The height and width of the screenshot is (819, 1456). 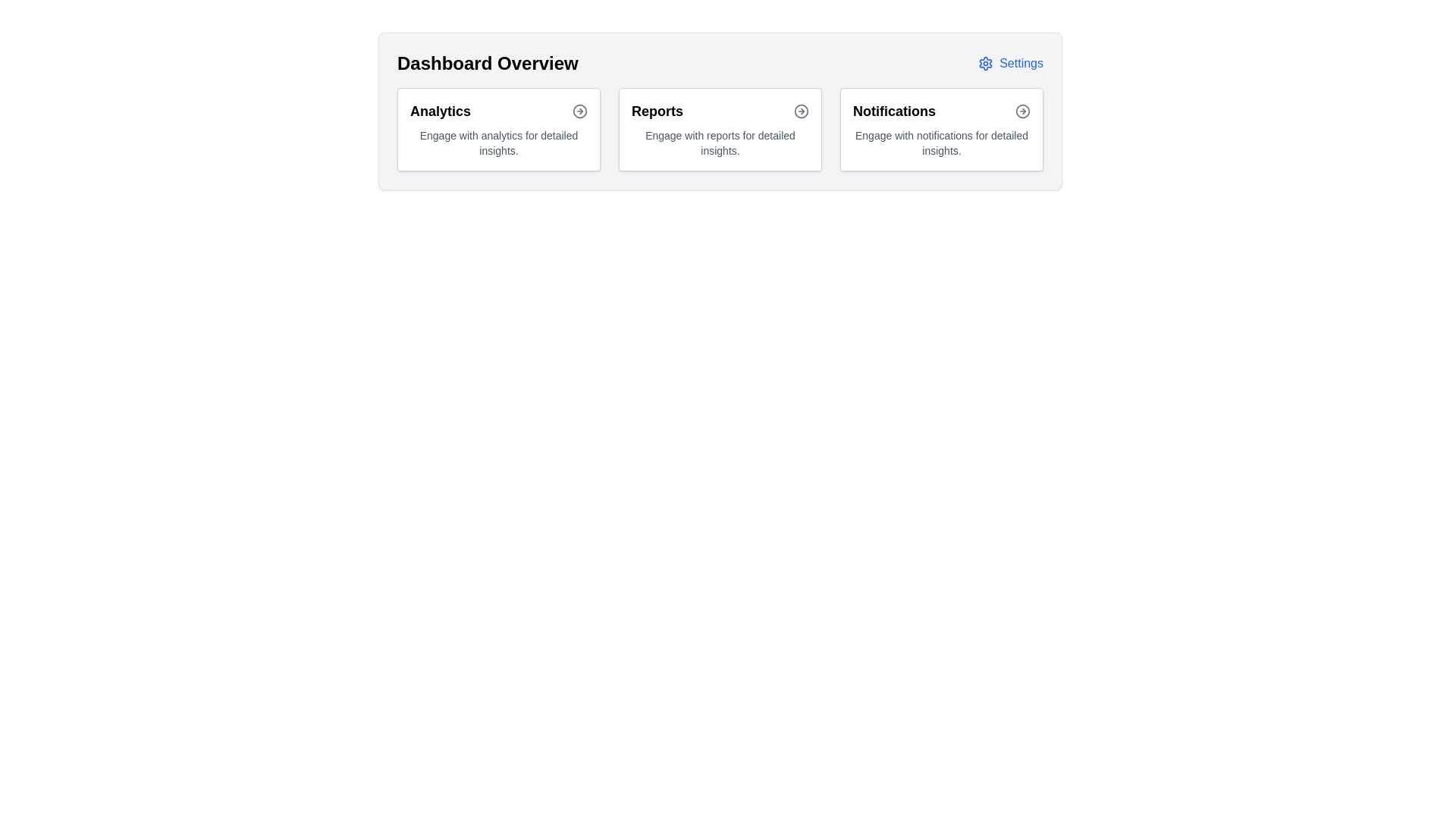 What do you see at coordinates (1022, 110) in the screenshot?
I see `the small circular arrow icon next to the 'Notifications' header` at bounding box center [1022, 110].